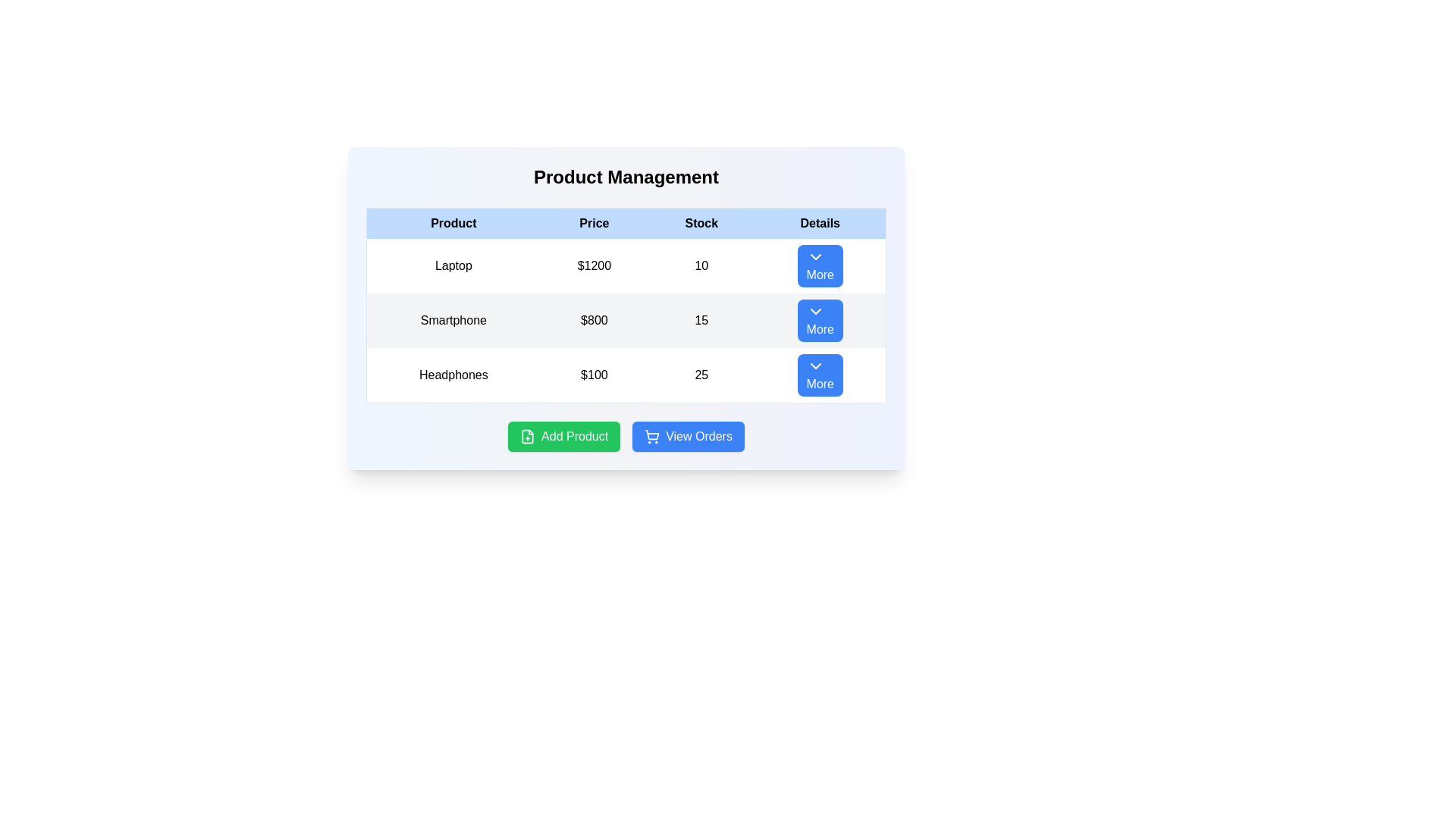 This screenshot has width=1456, height=819. Describe the element at coordinates (687, 436) in the screenshot. I see `the button used for viewing orders, located to the right of the 'Add Product' green button in the bottom center of the interface` at that location.